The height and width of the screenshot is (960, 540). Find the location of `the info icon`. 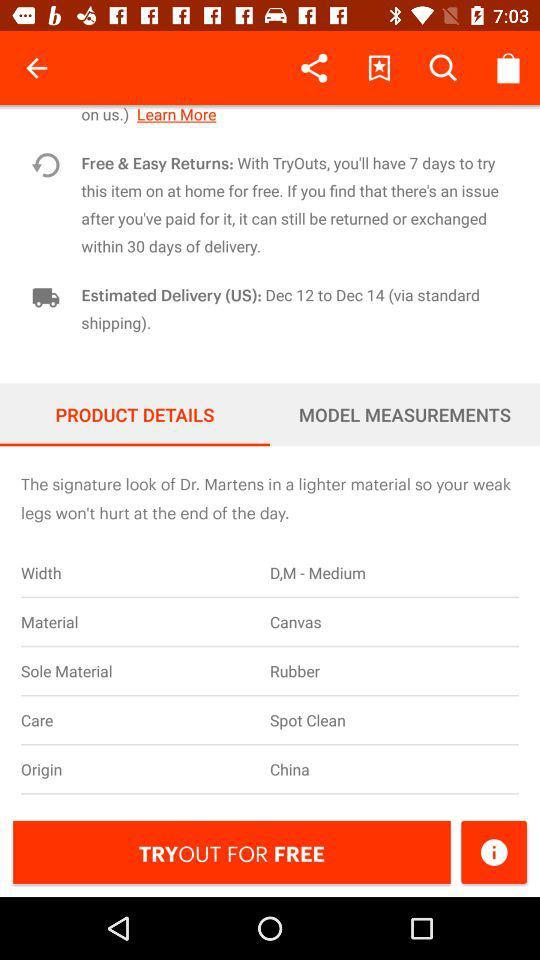

the info icon is located at coordinates (493, 851).